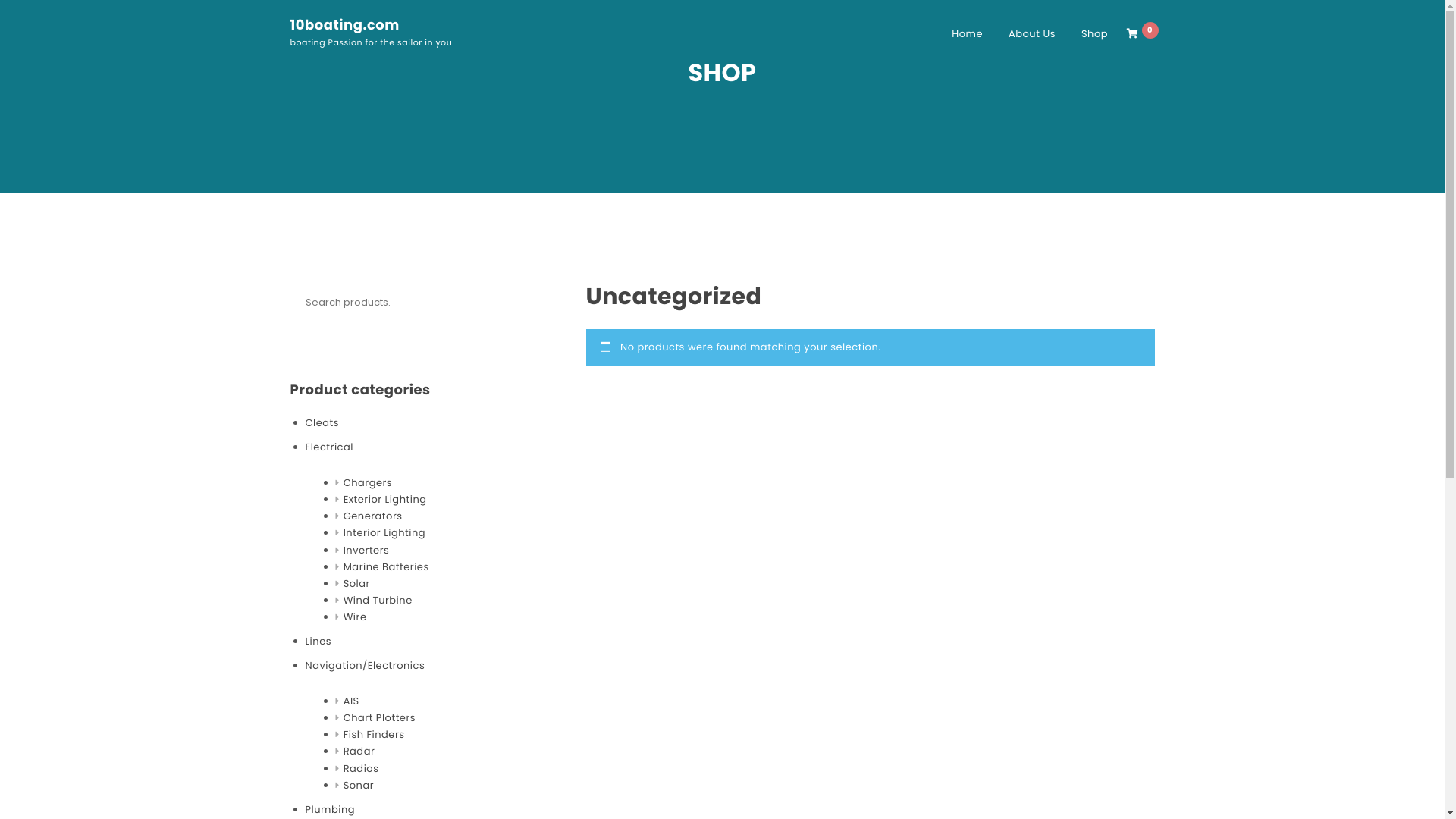  Describe the element at coordinates (328, 447) in the screenshot. I see `'Electrical'` at that location.